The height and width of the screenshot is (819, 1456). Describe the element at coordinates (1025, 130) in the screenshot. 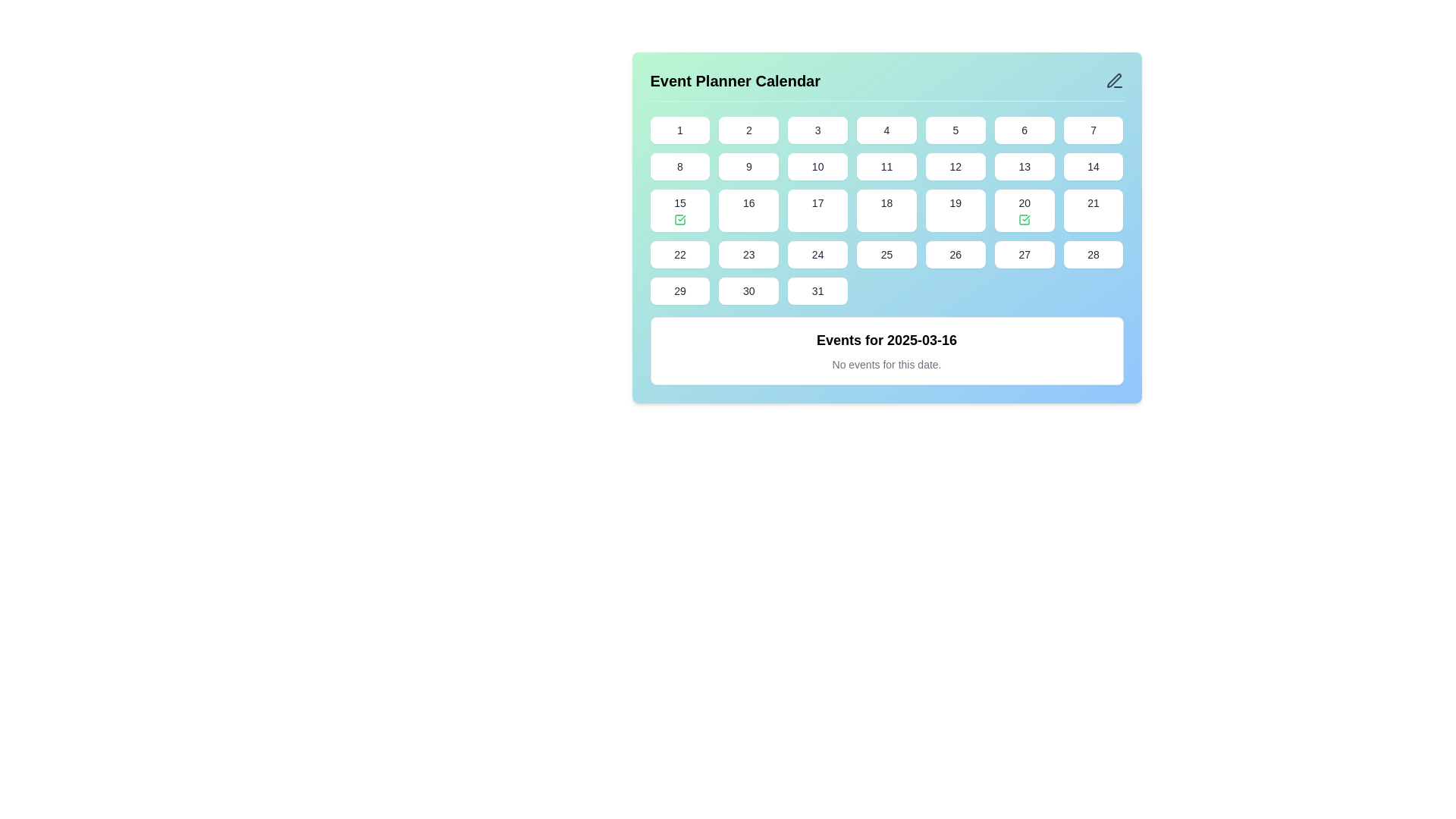

I see `the button displaying the number '6' centered within a rounded rectangle` at that location.